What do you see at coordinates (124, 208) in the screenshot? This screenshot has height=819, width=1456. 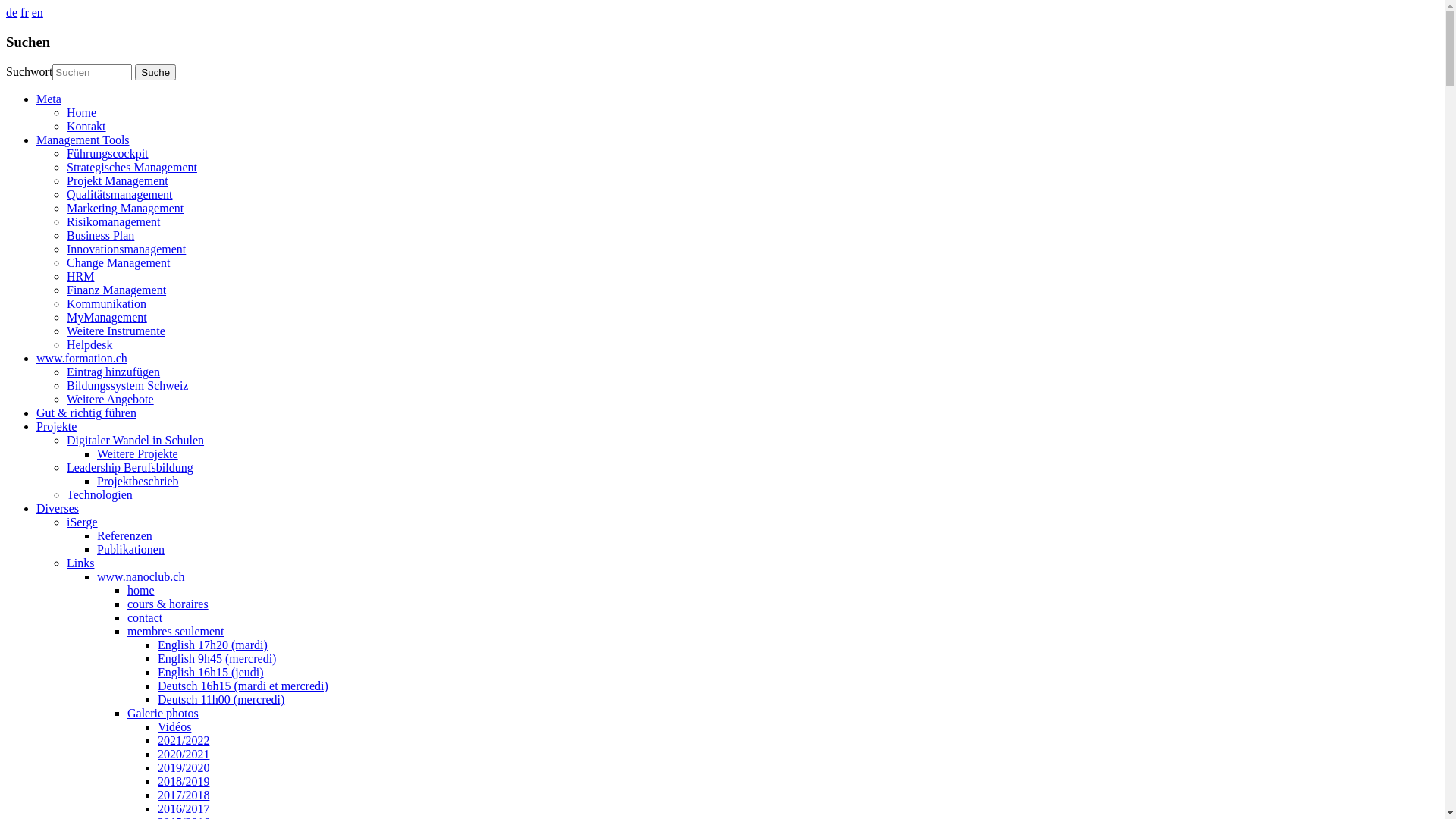 I see `'Marketing Management'` at bounding box center [124, 208].